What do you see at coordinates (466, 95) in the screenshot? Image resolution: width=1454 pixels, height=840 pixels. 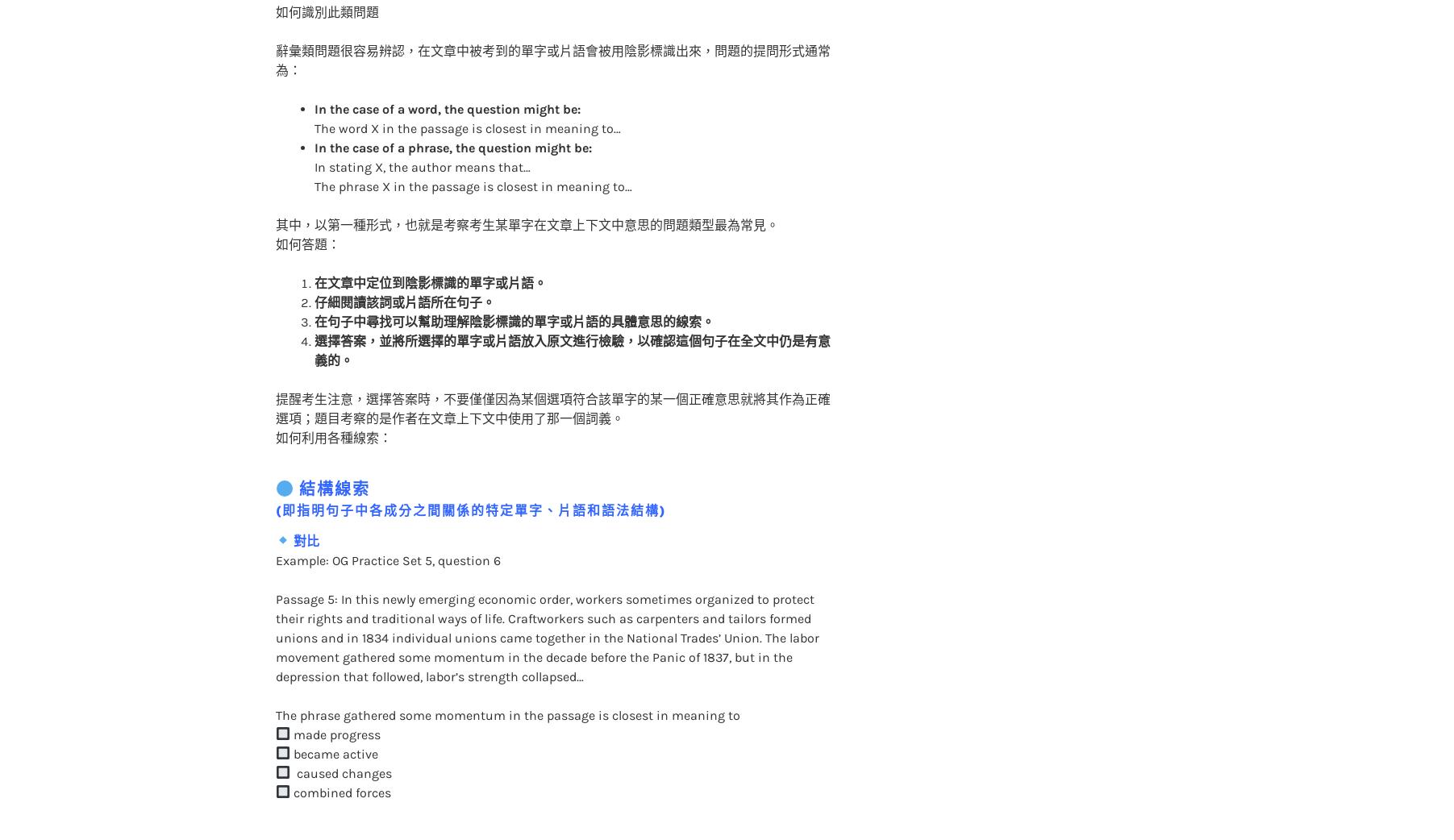 I see `'The word X in the passage is closest in meaning to…'` at bounding box center [466, 95].